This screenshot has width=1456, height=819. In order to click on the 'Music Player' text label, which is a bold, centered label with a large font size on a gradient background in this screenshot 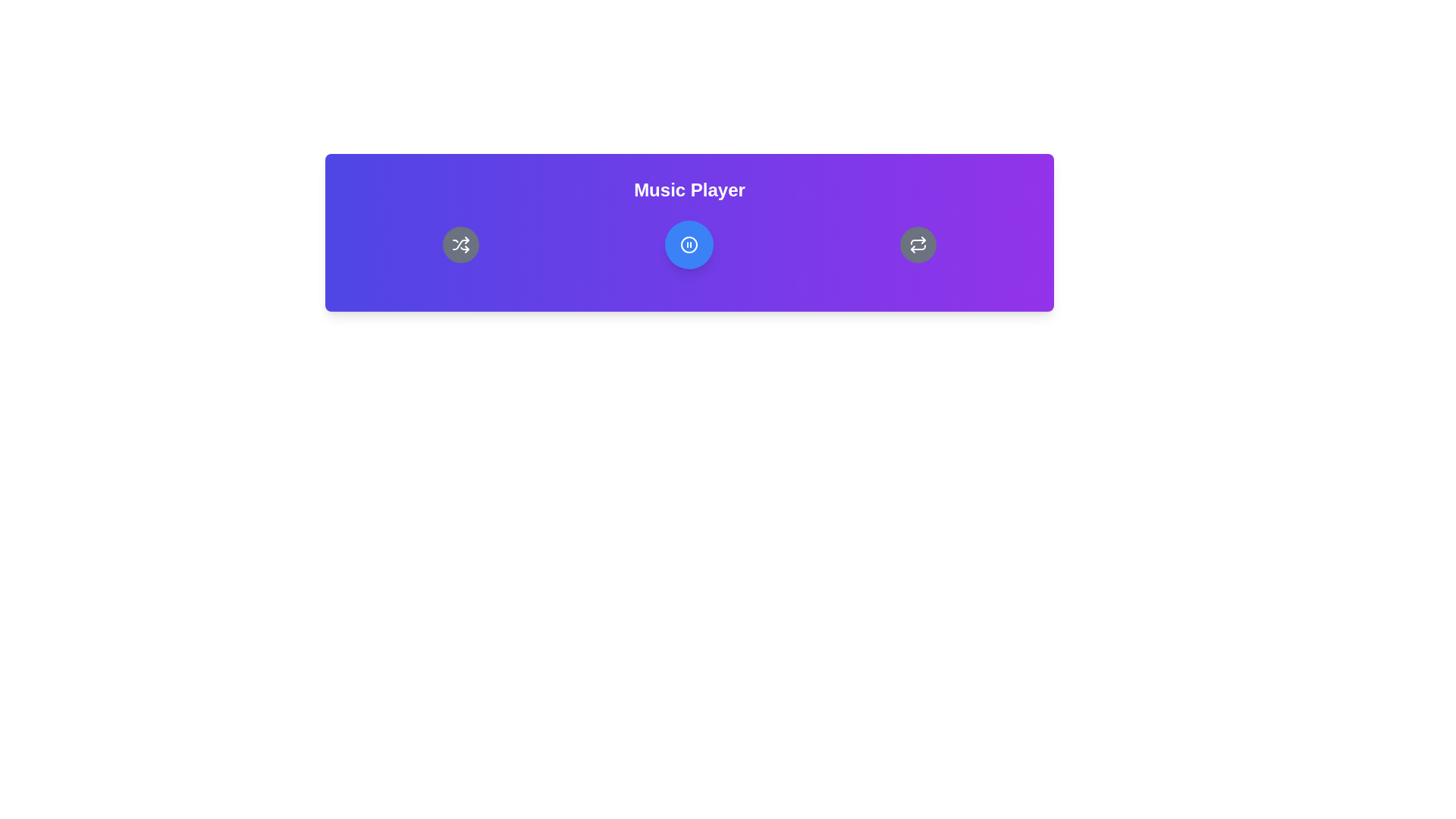, I will do `click(689, 189)`.